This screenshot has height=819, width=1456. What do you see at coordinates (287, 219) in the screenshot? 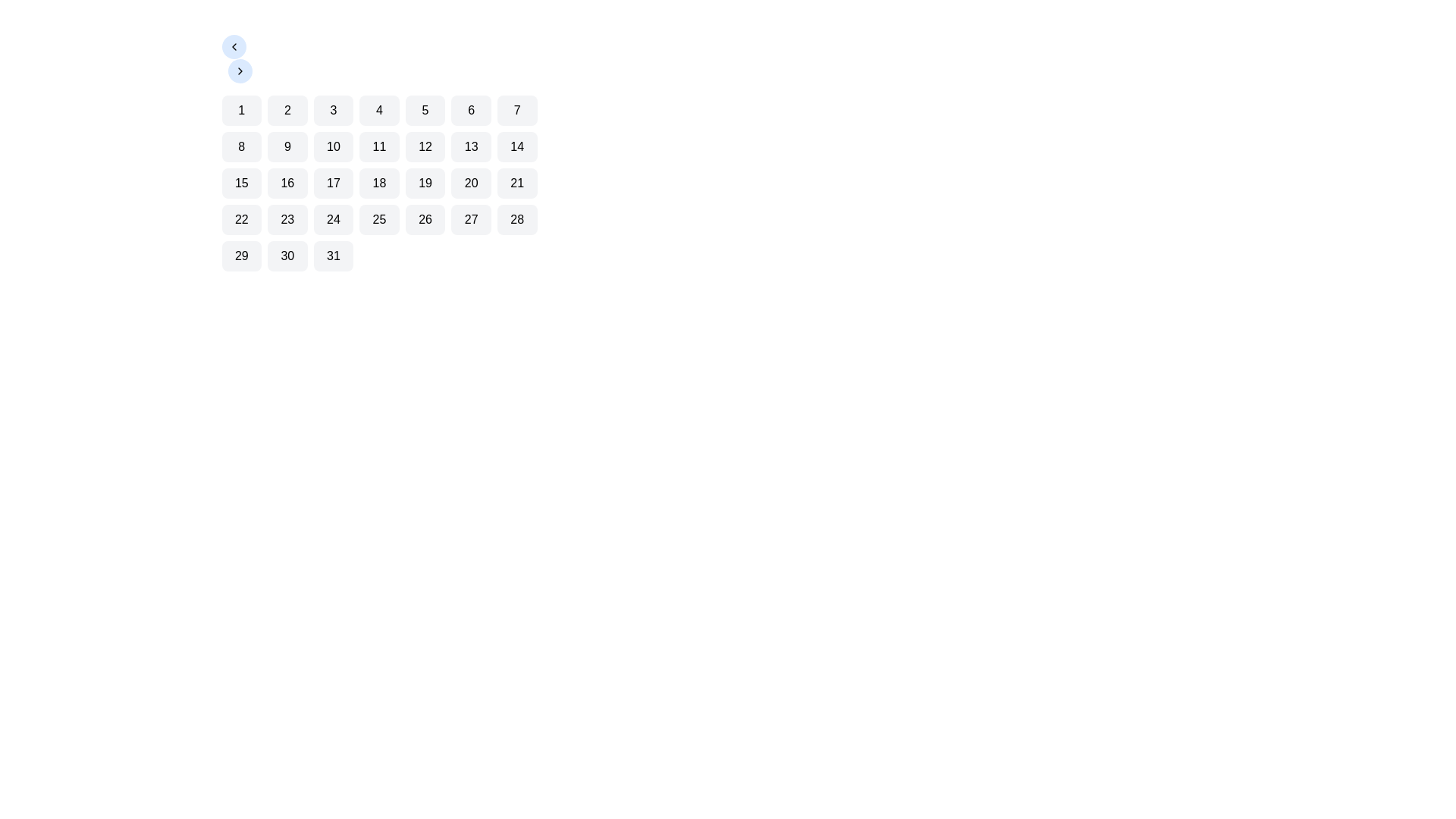
I see `the button representing the number '23' in the selectable grid interface located in the fourth row and second column` at bounding box center [287, 219].